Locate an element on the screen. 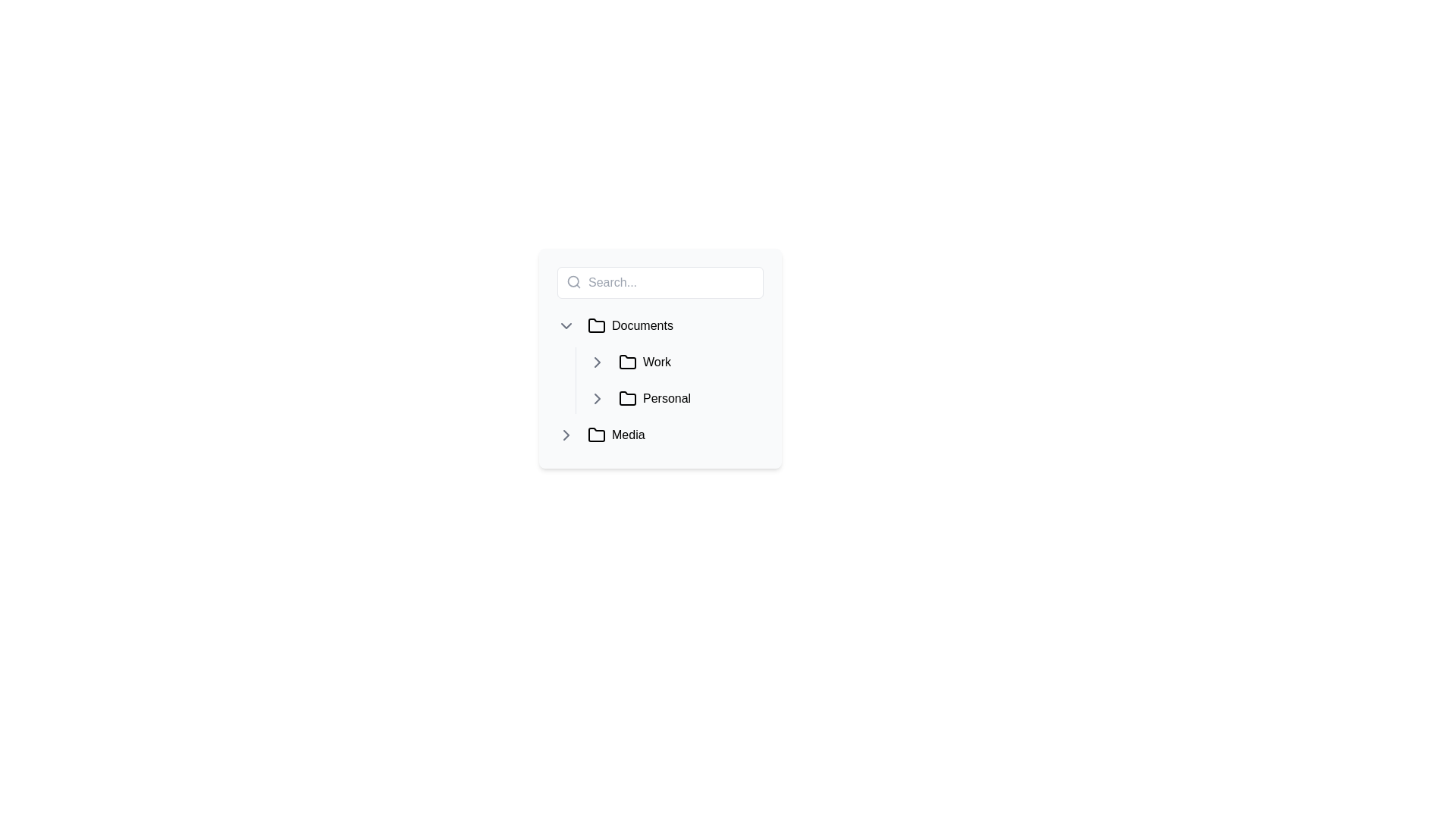 The width and height of the screenshot is (1456, 819). the 'Work' folder in the hierarchical navigation menu is located at coordinates (660, 362).